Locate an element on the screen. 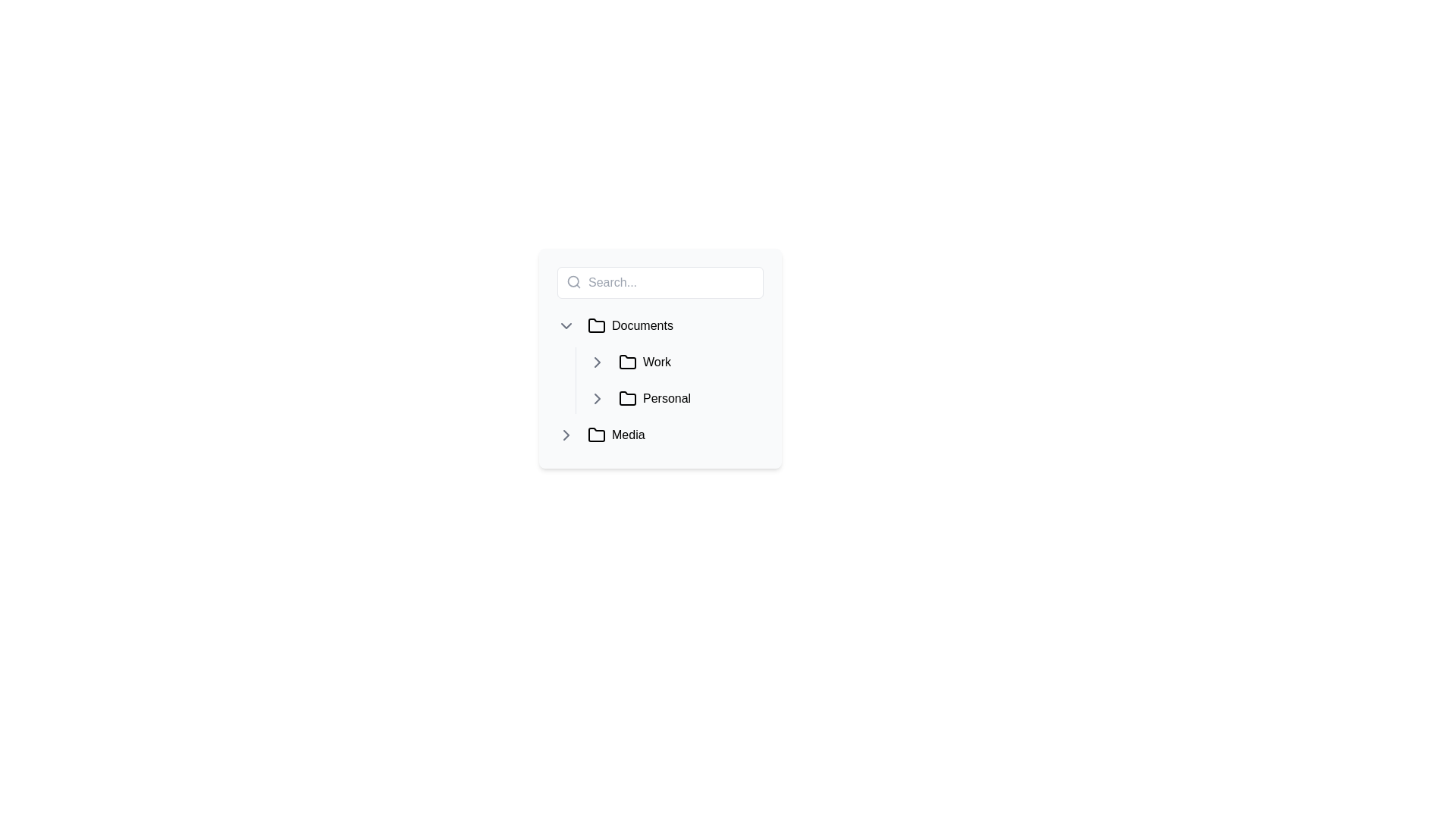 The width and height of the screenshot is (1456, 819). the 'Work' folder in the hierarchical navigation menu is located at coordinates (660, 362).